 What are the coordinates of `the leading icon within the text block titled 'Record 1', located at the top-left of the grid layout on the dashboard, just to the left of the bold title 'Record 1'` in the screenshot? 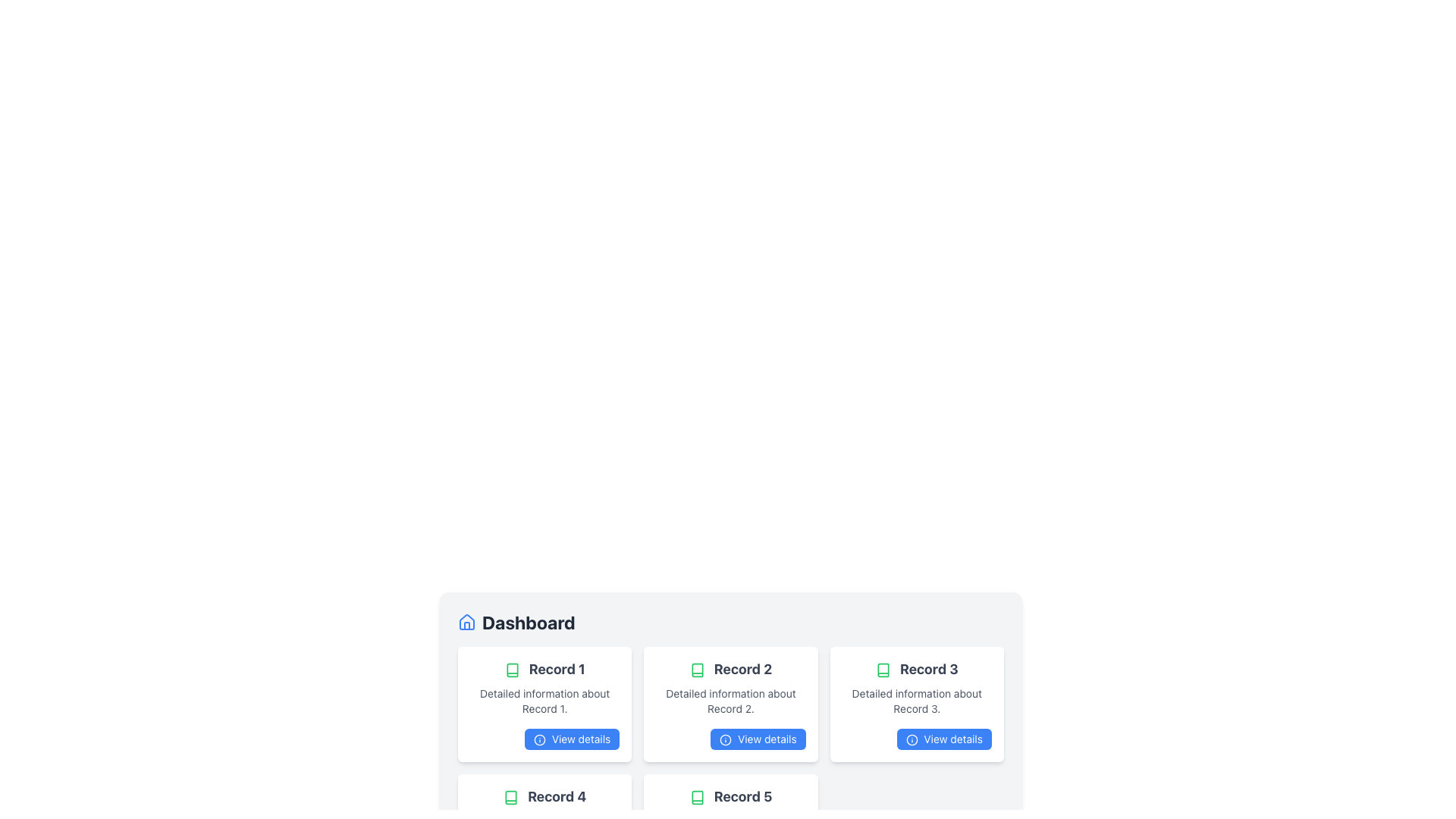 It's located at (512, 670).